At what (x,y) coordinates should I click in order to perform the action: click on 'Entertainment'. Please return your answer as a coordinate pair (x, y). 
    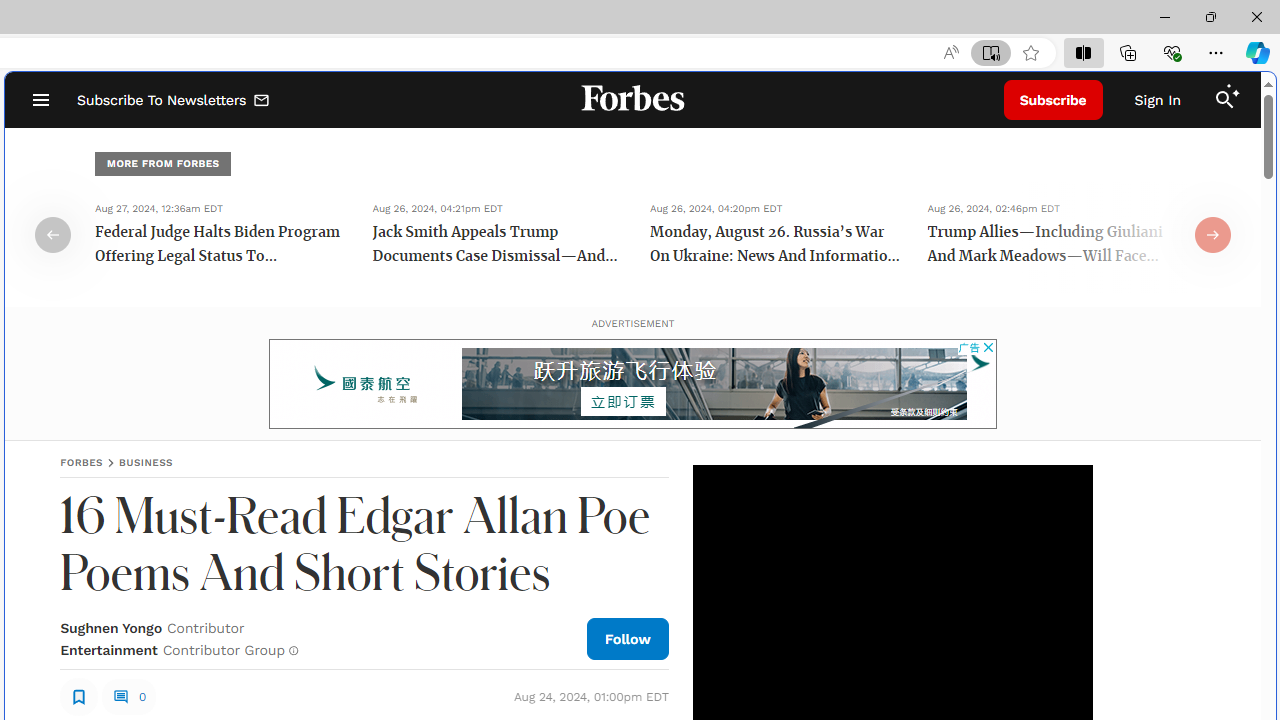
    Looking at the image, I should click on (107, 650).